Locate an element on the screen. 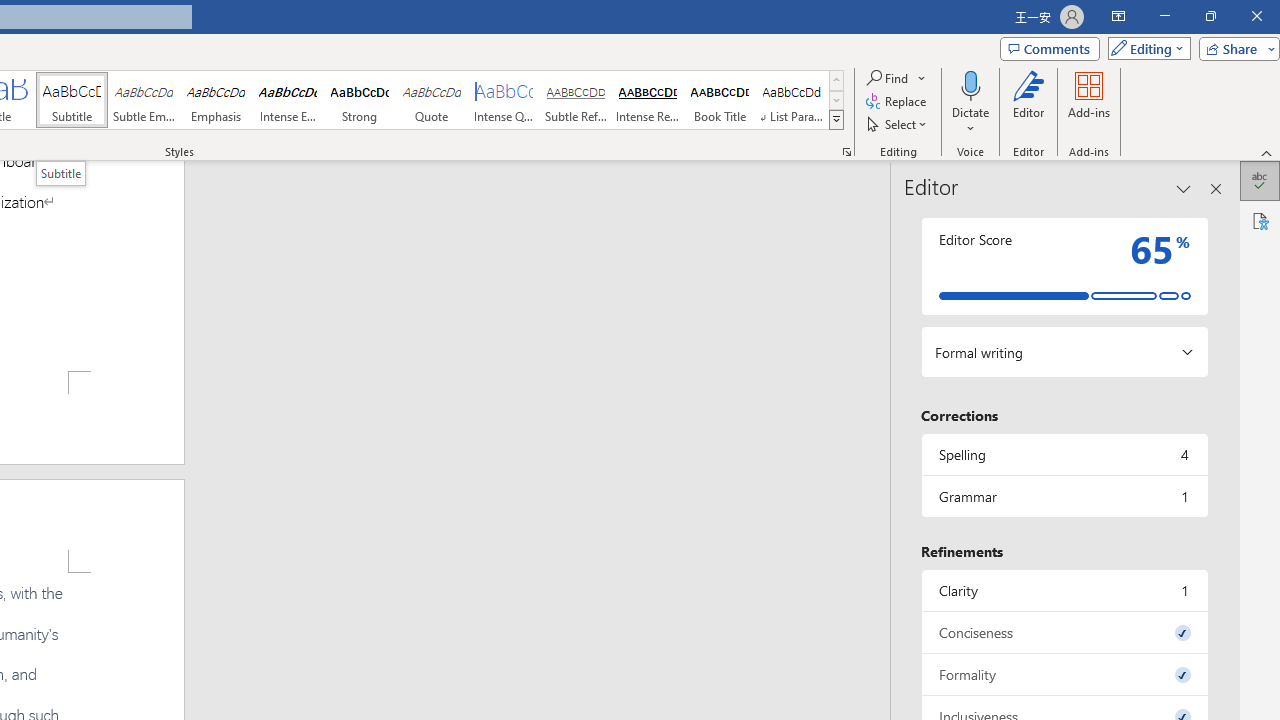 This screenshot has width=1280, height=720. 'Minimize' is located at coordinates (1164, 16).